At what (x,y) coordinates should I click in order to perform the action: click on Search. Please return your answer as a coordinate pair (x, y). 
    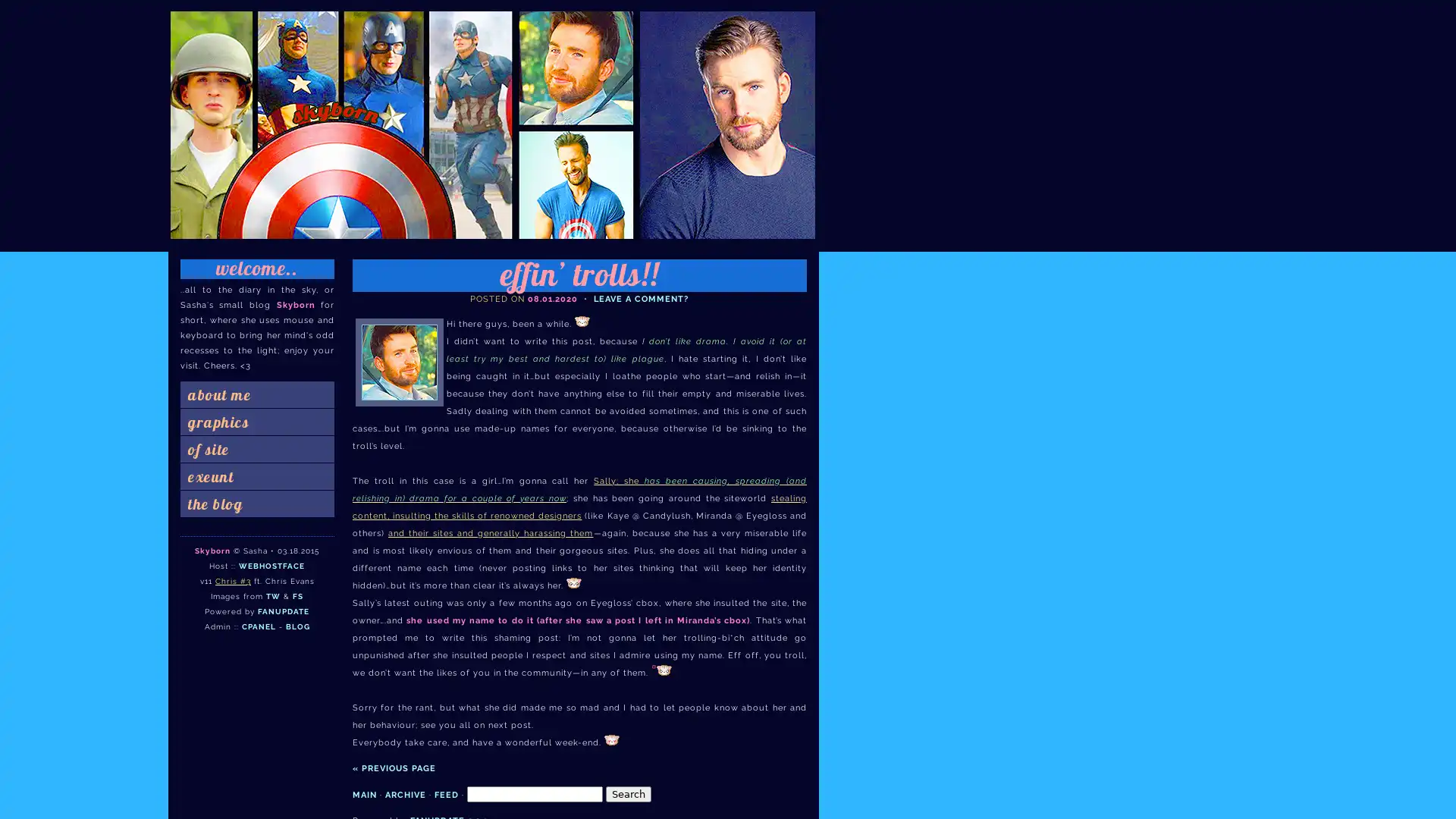
    Looking at the image, I should click on (628, 792).